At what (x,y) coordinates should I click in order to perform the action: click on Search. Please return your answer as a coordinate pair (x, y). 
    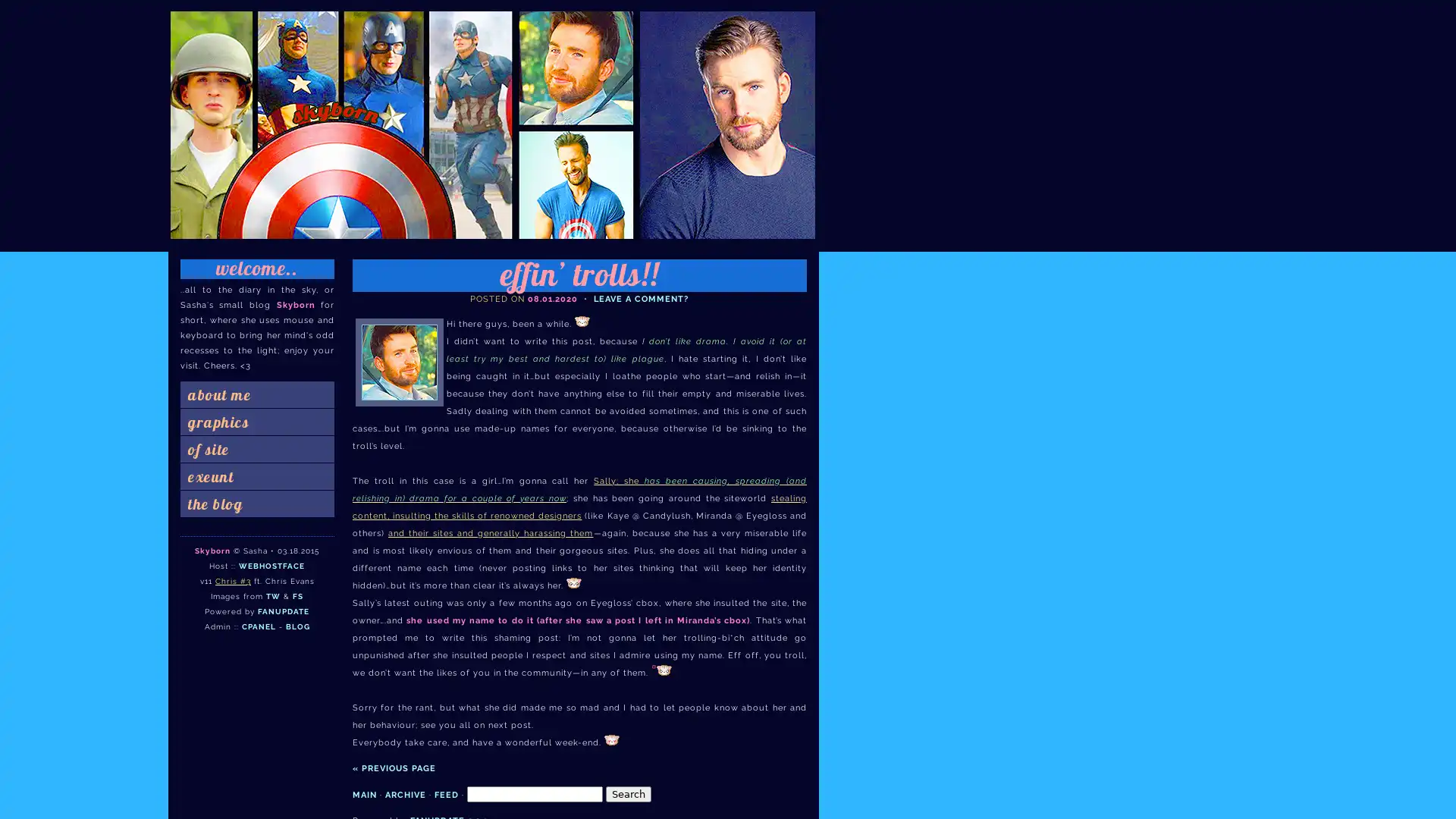
    Looking at the image, I should click on (628, 792).